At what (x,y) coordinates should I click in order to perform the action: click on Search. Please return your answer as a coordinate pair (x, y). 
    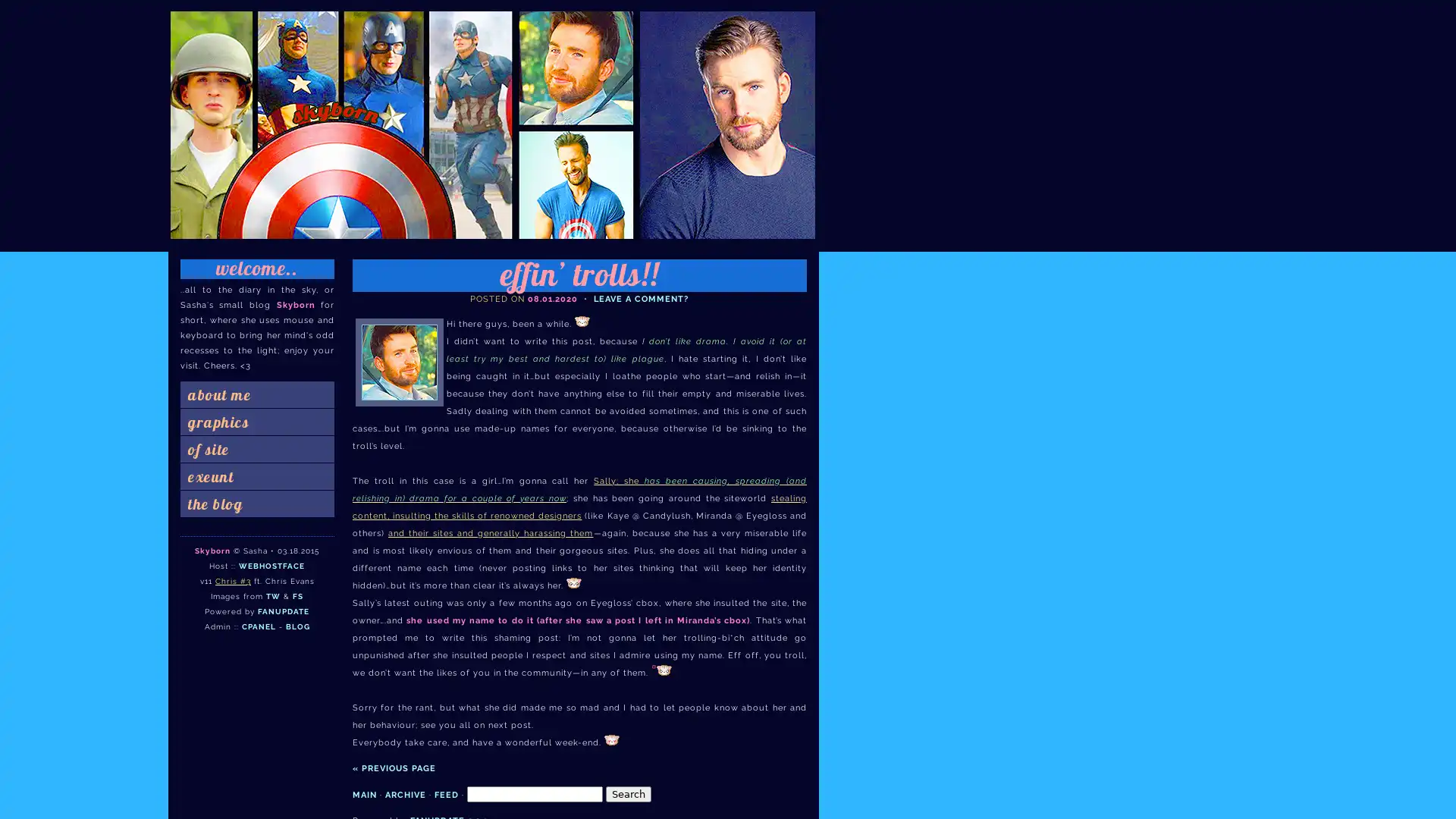
    Looking at the image, I should click on (628, 792).